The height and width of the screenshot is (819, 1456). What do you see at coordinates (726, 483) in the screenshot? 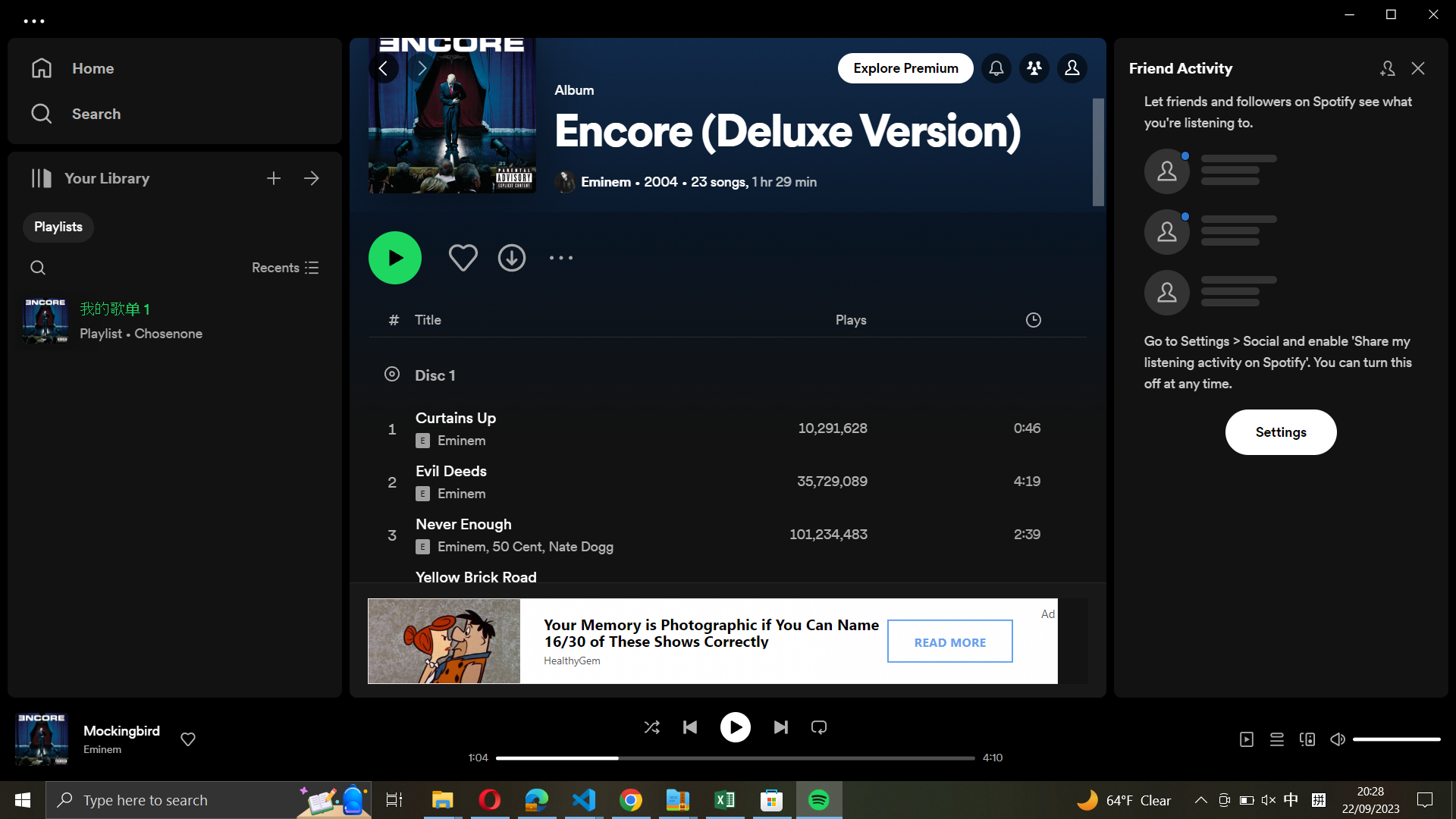
I see `the playback of "Evil Deeds` at bounding box center [726, 483].